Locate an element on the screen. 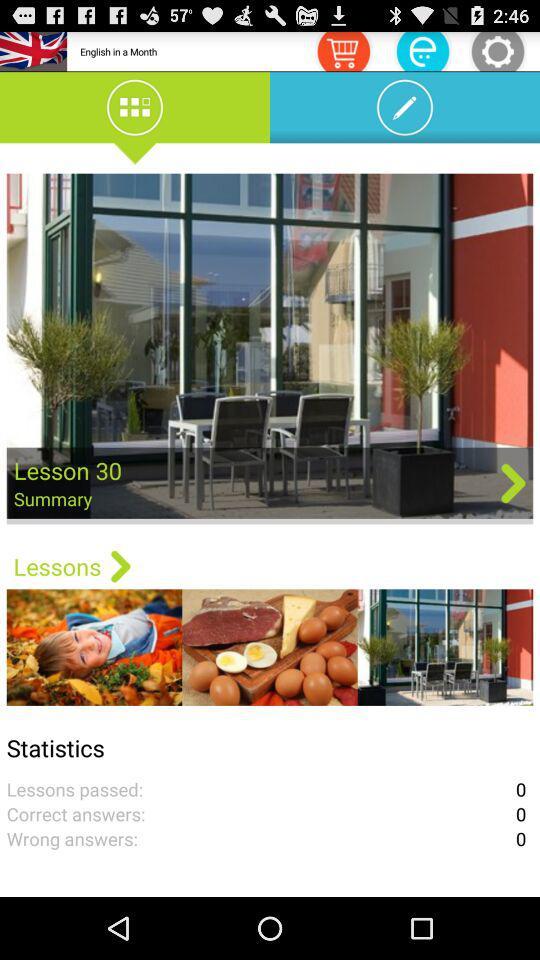 This screenshot has height=960, width=540. navigate to lesson 30 summary is located at coordinates (270, 348).